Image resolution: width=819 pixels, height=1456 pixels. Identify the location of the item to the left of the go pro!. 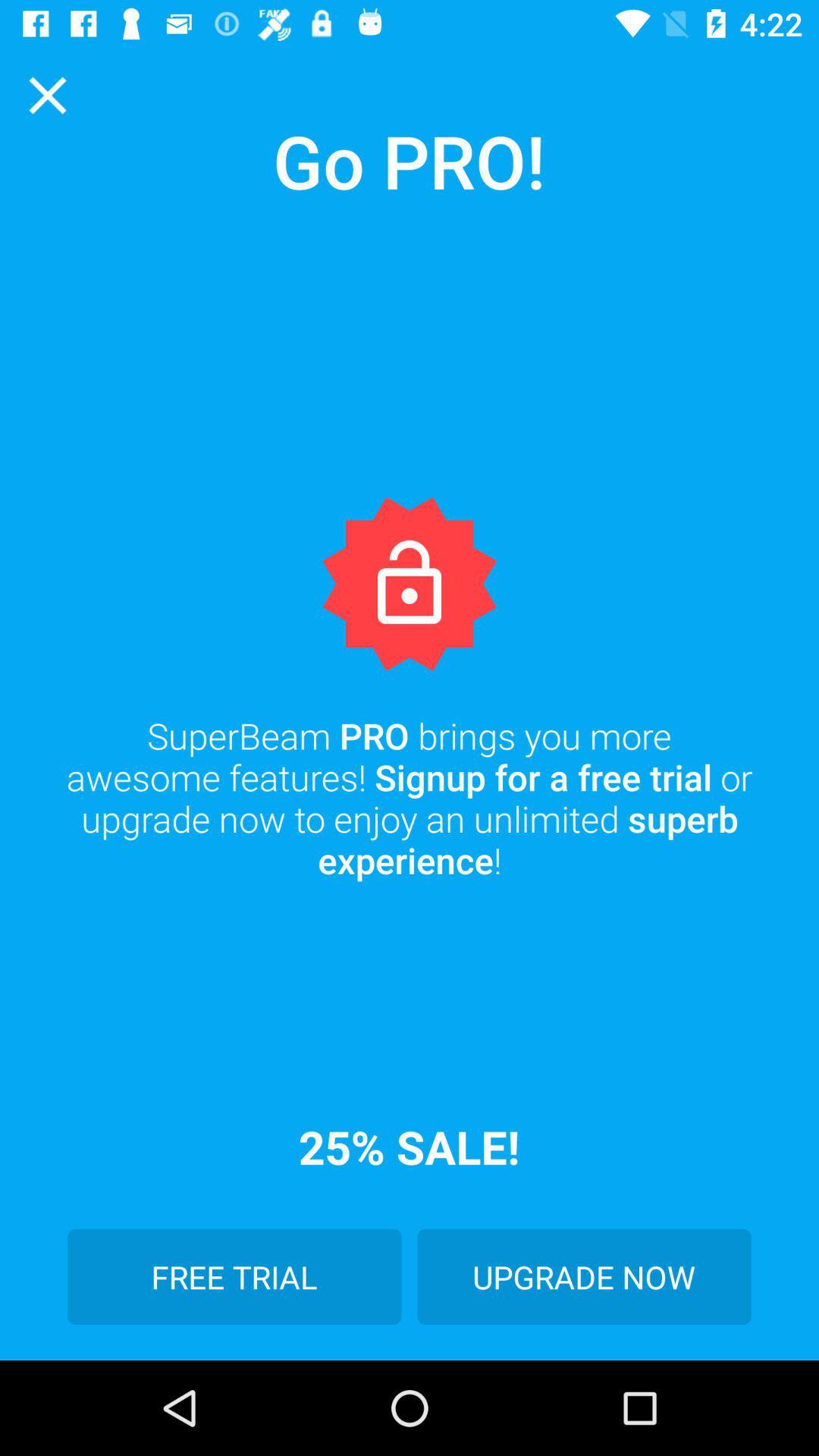
(46, 94).